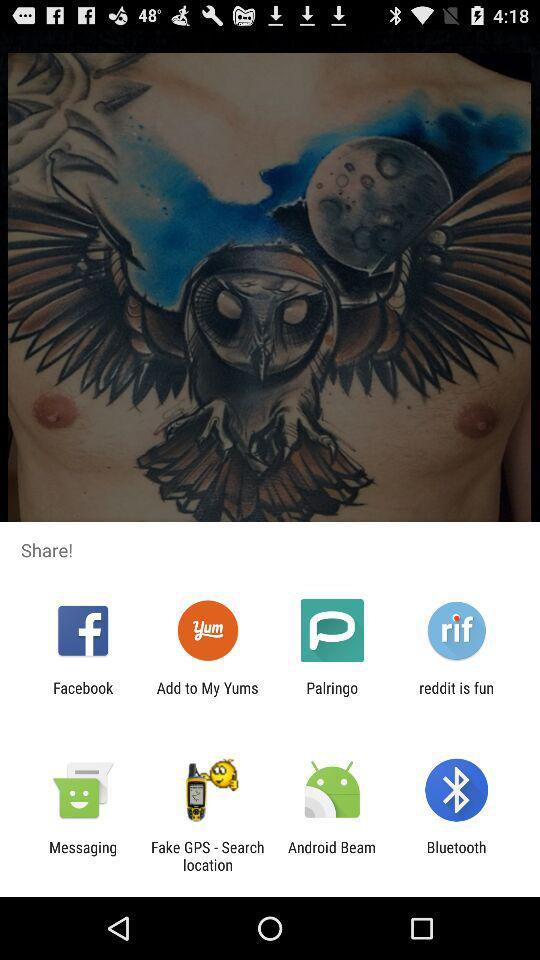 The height and width of the screenshot is (960, 540). What do you see at coordinates (332, 855) in the screenshot?
I see `icon to the left of the bluetooth icon` at bounding box center [332, 855].